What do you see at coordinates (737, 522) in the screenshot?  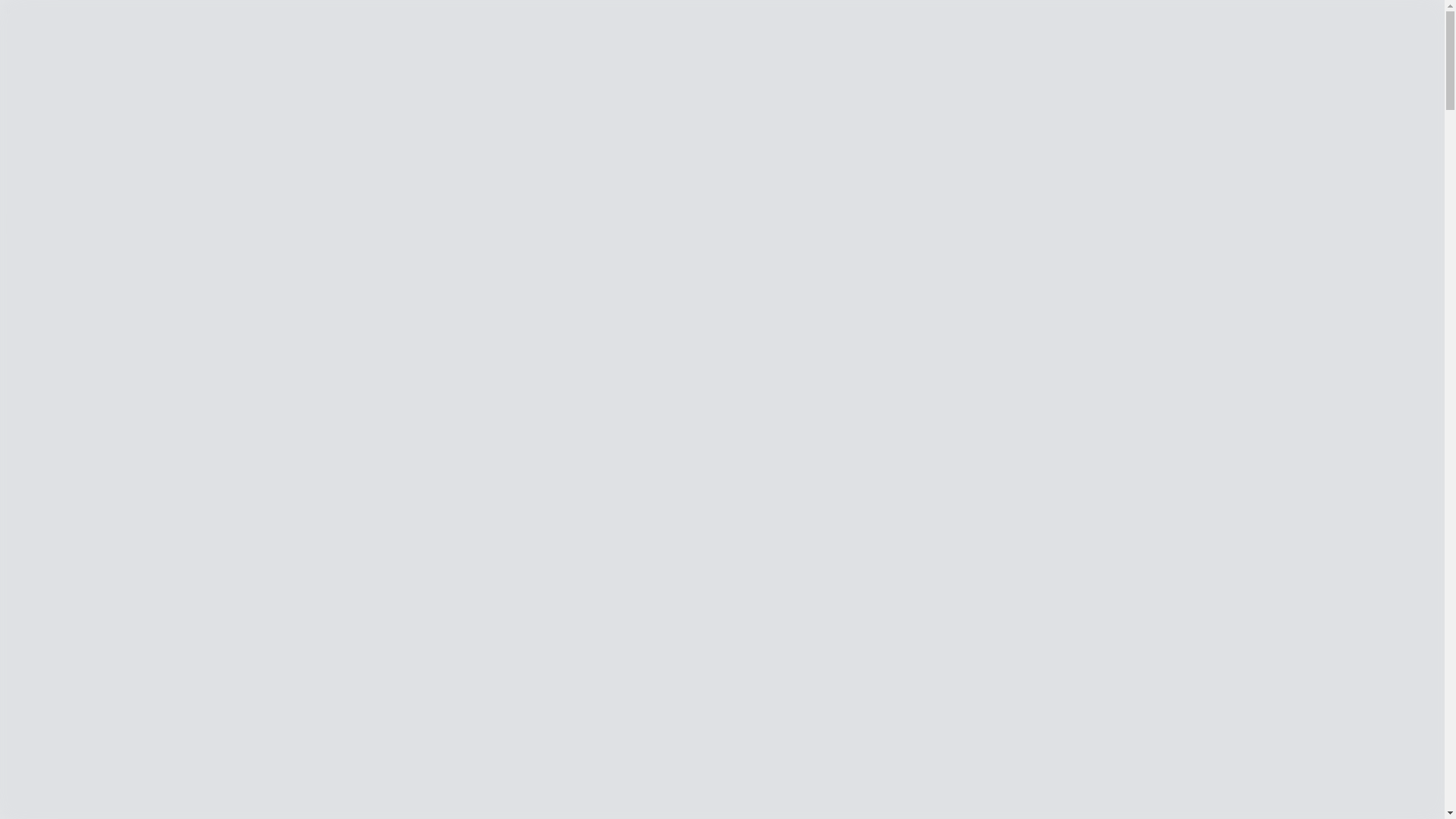 I see `'Book a Tasting'` at bounding box center [737, 522].